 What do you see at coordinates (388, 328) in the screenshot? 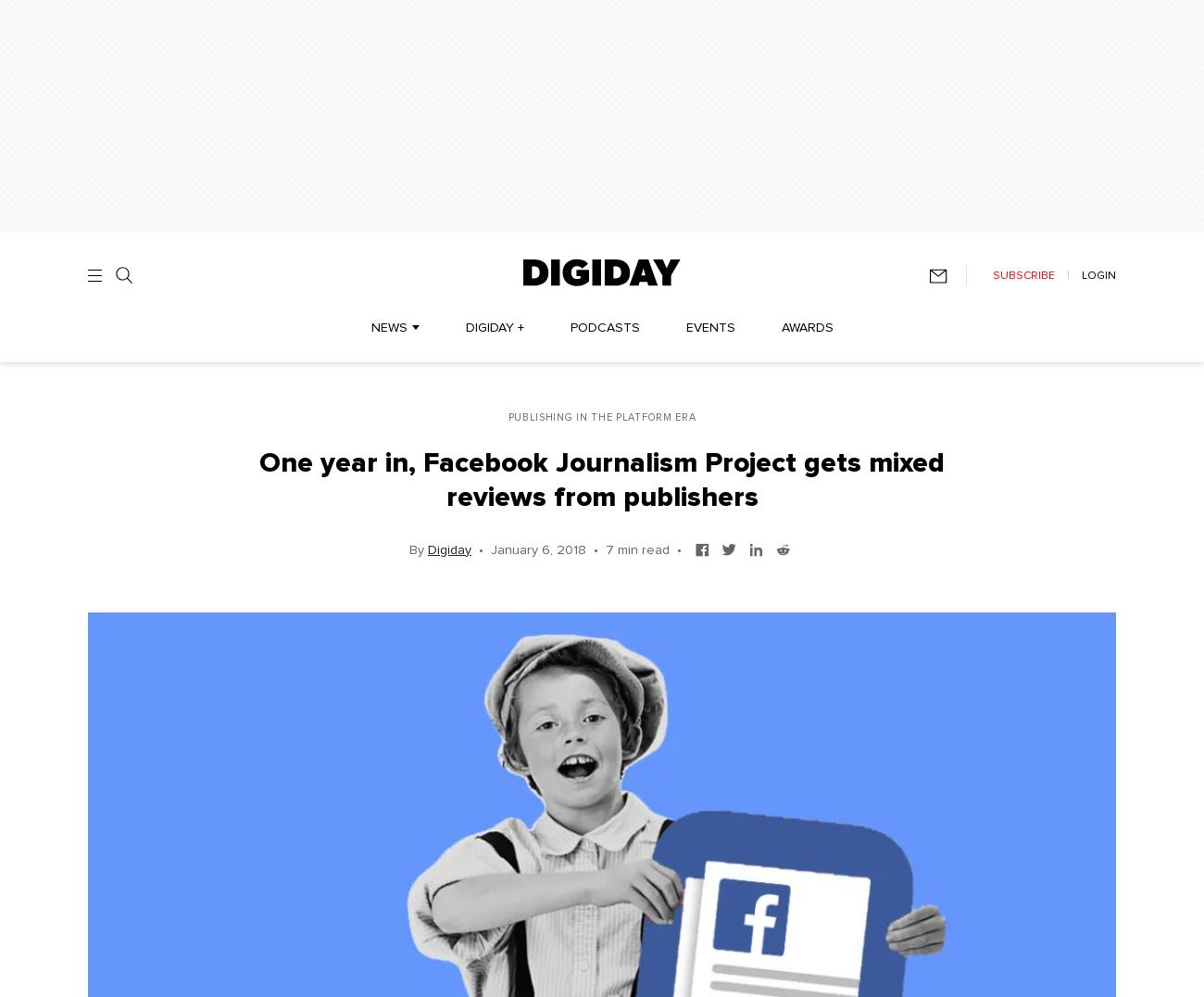
I see `'News'` at bounding box center [388, 328].